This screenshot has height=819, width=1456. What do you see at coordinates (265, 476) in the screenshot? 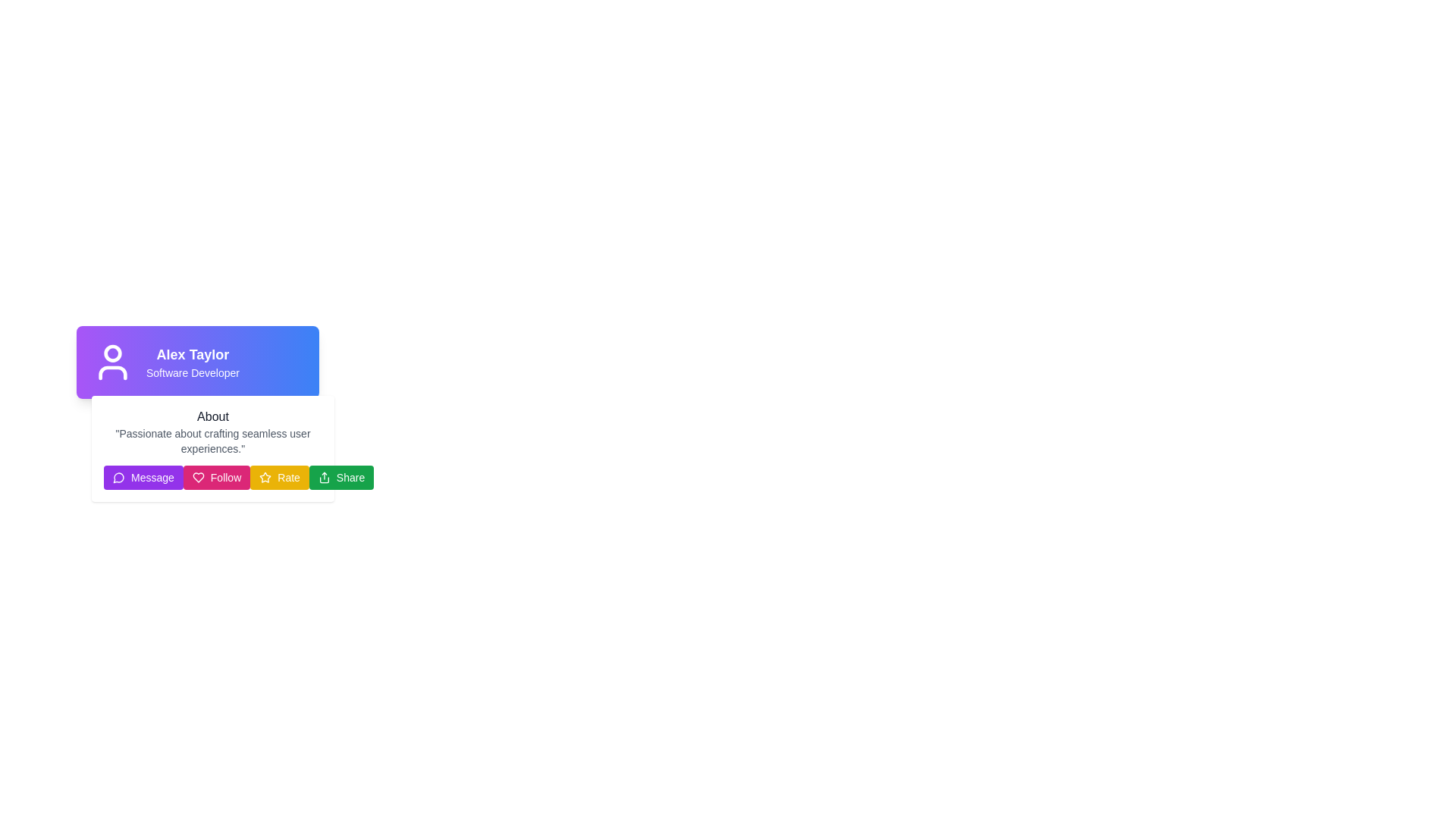
I see `the star icon located towards the center-right portion of the interface` at bounding box center [265, 476].